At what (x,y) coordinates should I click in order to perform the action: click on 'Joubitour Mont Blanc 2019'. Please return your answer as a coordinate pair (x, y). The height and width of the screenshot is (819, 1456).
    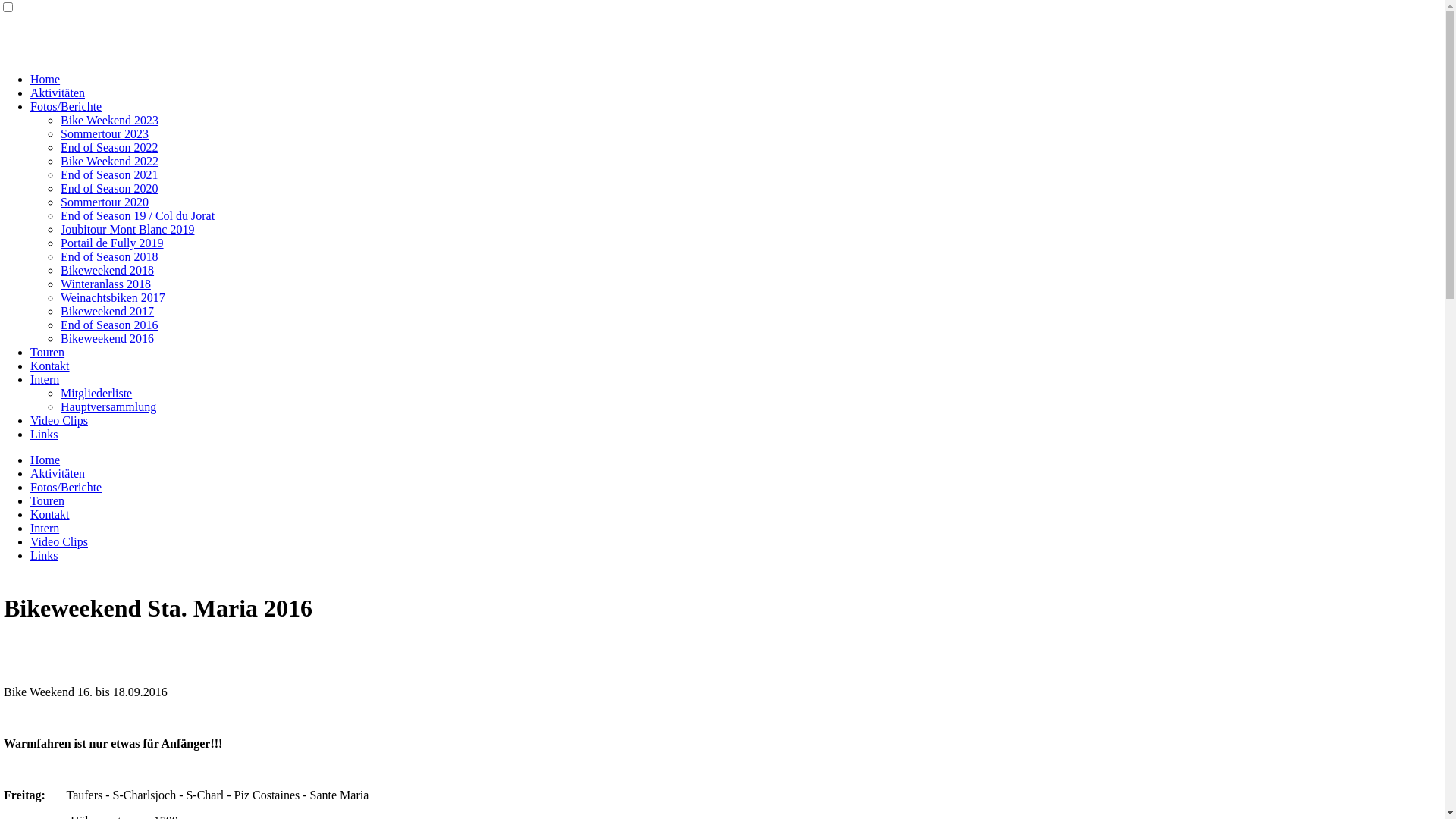
    Looking at the image, I should click on (127, 229).